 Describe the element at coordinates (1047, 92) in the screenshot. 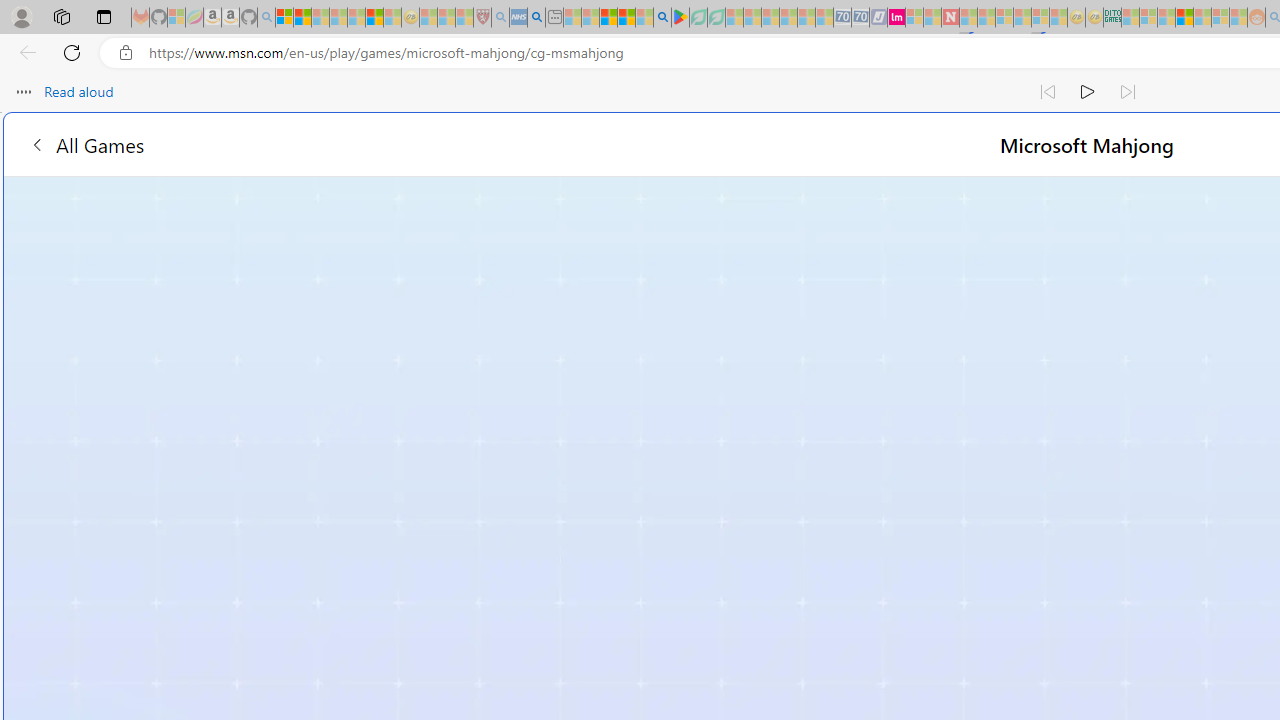

I see `'Read previous paragraph'` at that location.